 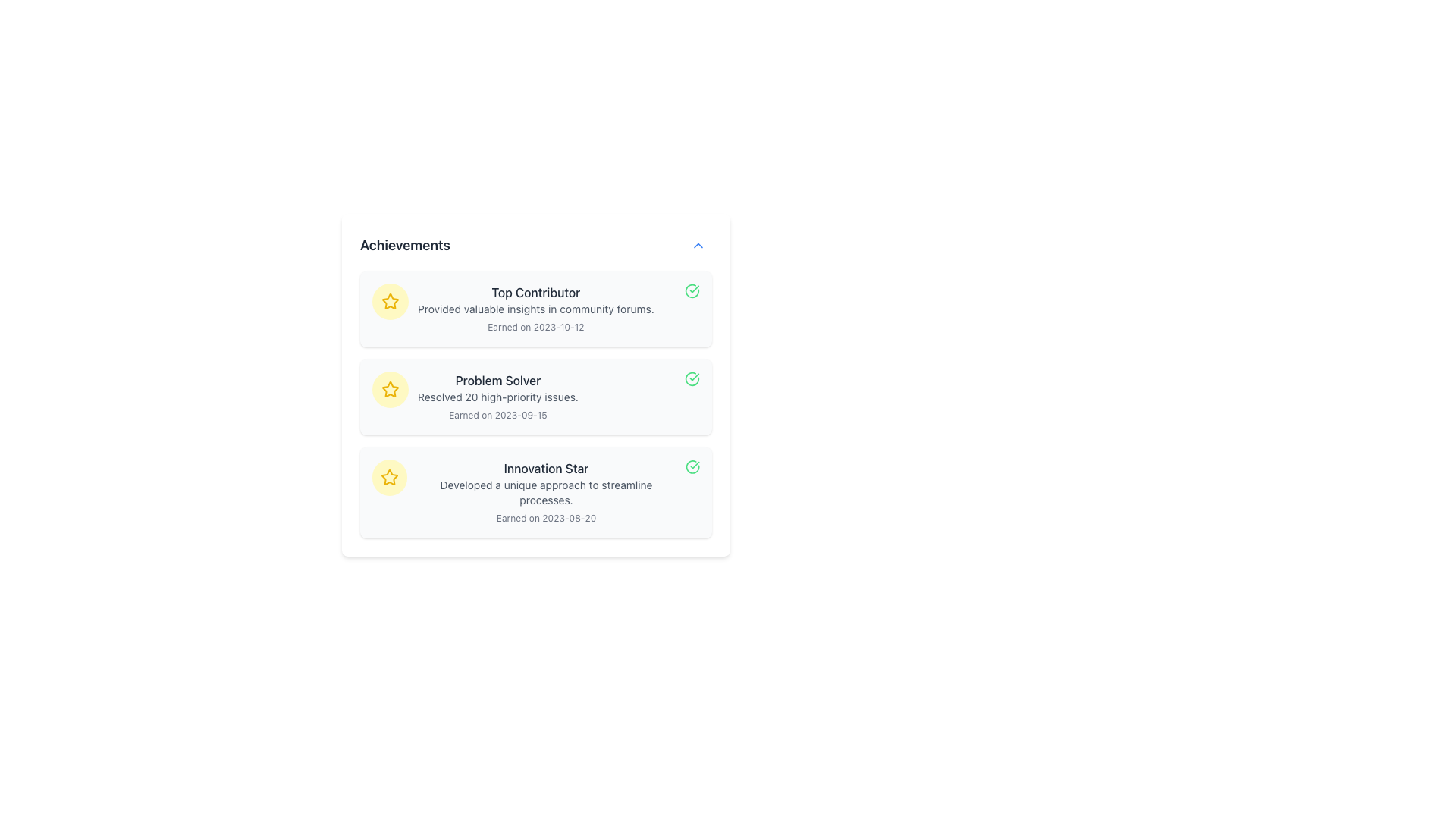 What do you see at coordinates (498, 397) in the screenshot?
I see `displayed information in the 'Problem Solver' achievement text block, which is the middle card in a vertical list of achievement cards` at bounding box center [498, 397].